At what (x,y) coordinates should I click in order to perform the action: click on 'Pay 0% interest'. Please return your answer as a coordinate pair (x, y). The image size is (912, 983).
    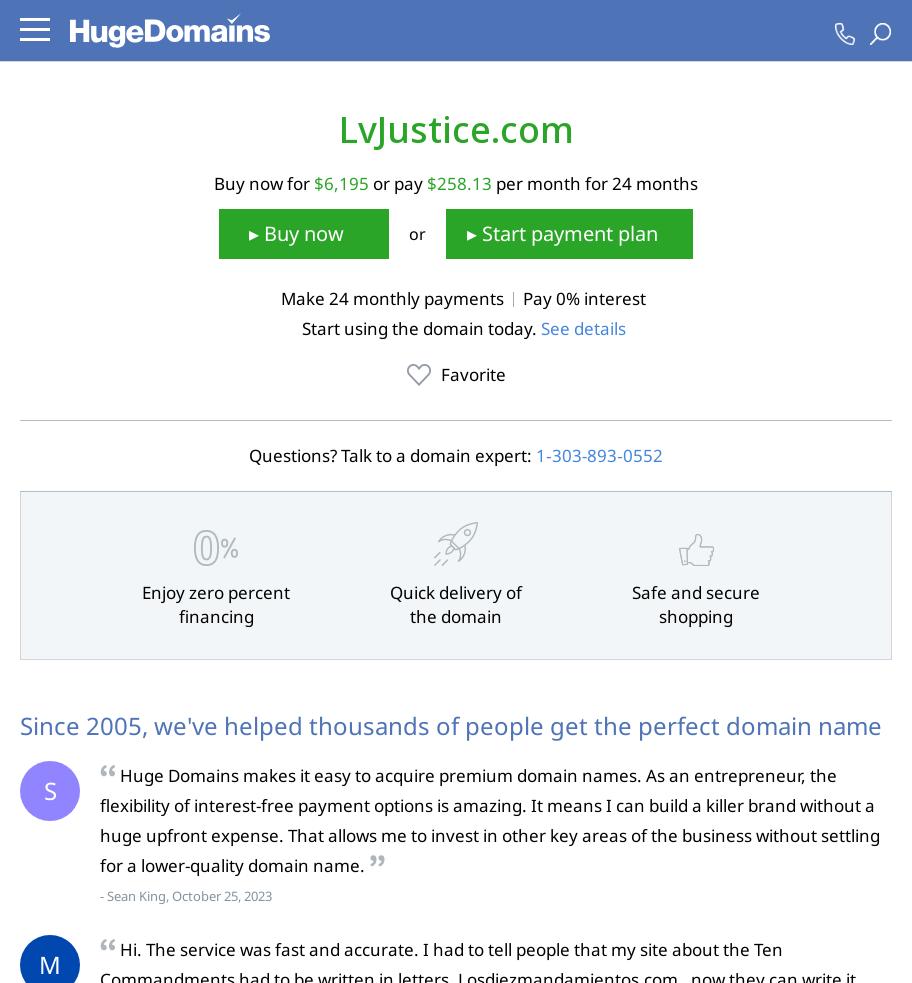
    Looking at the image, I should click on (583, 298).